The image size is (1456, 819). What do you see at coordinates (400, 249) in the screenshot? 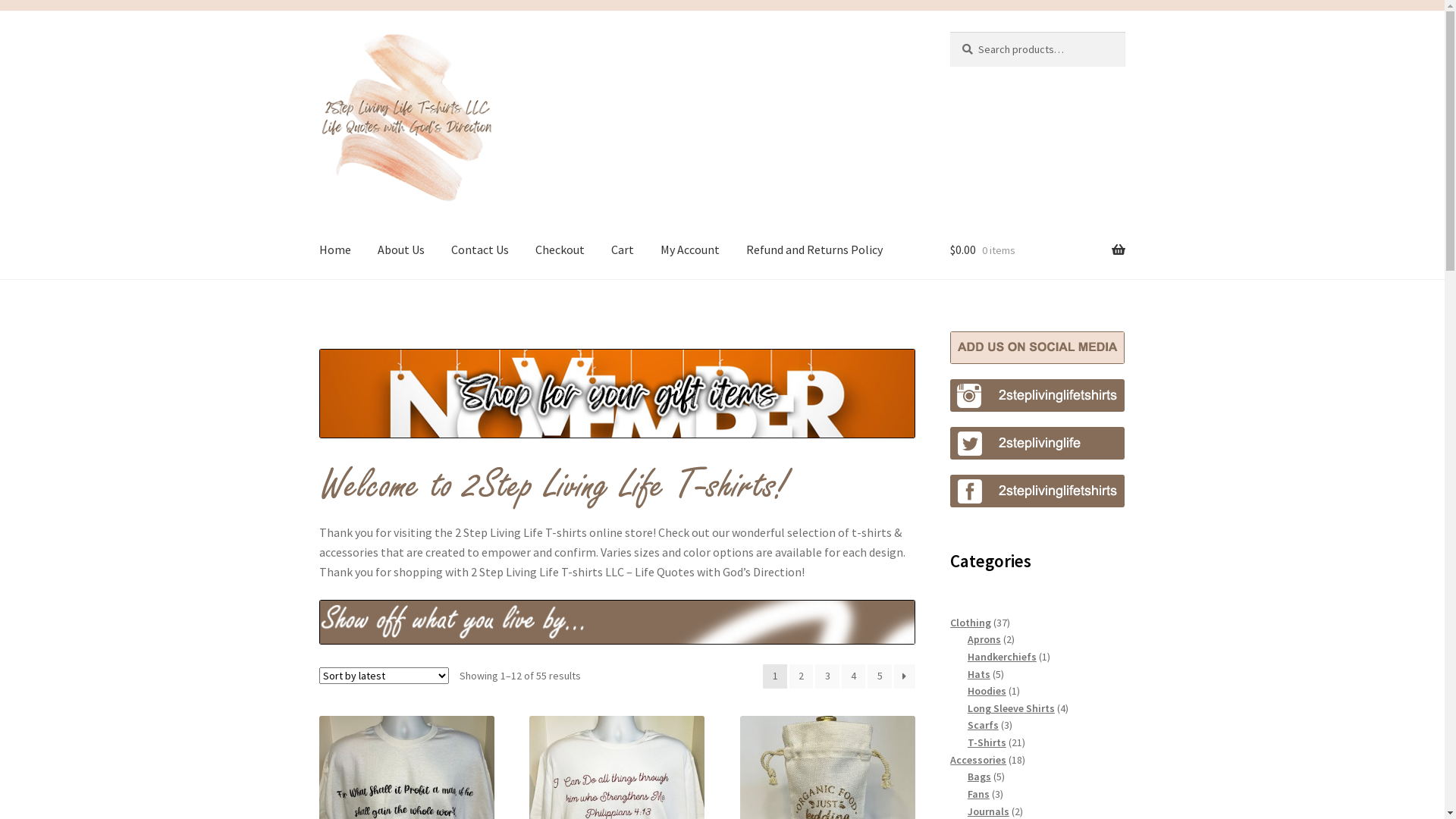
I see `'About Us'` at bounding box center [400, 249].